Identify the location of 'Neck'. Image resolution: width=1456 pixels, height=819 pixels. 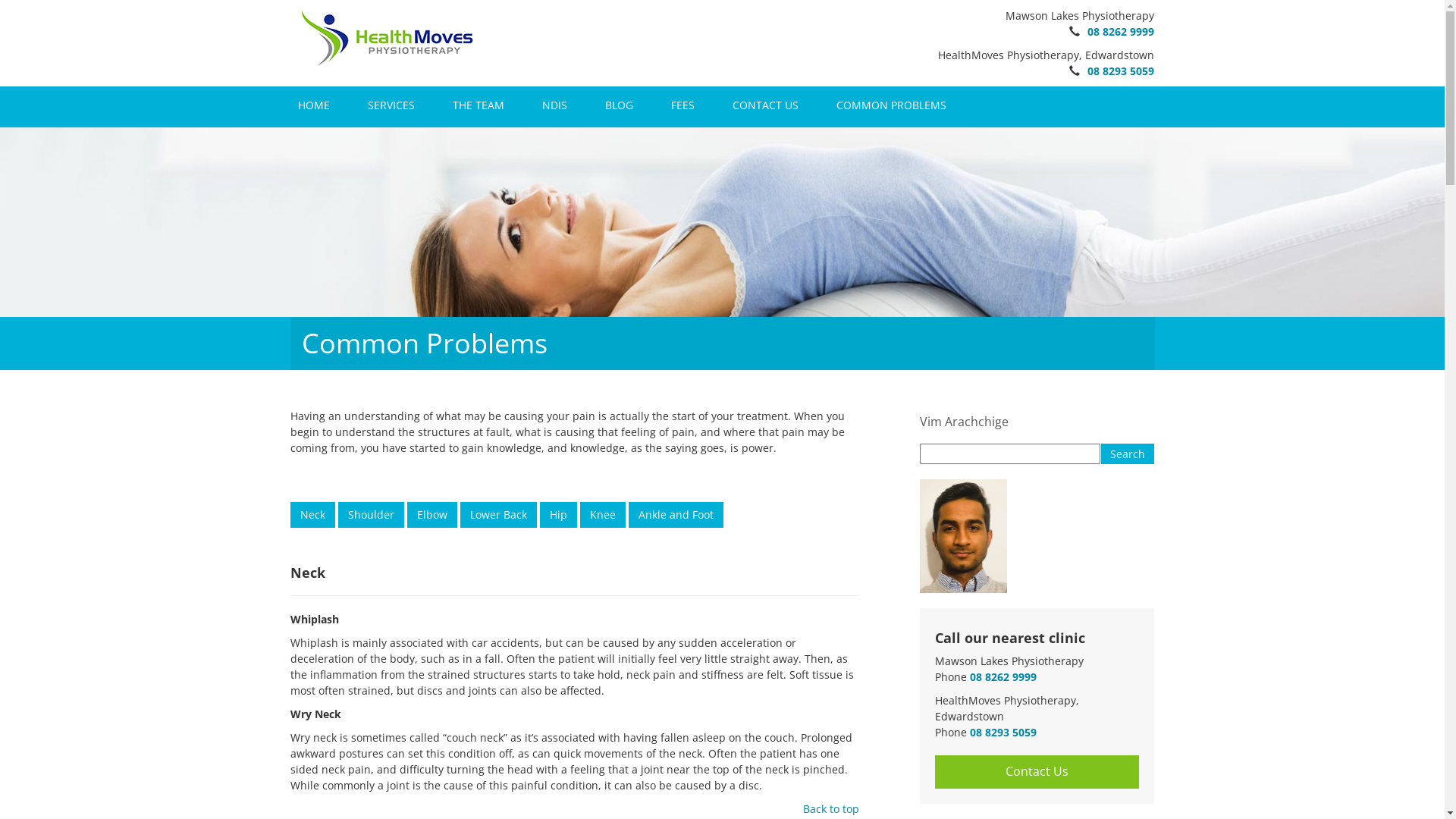
(311, 505).